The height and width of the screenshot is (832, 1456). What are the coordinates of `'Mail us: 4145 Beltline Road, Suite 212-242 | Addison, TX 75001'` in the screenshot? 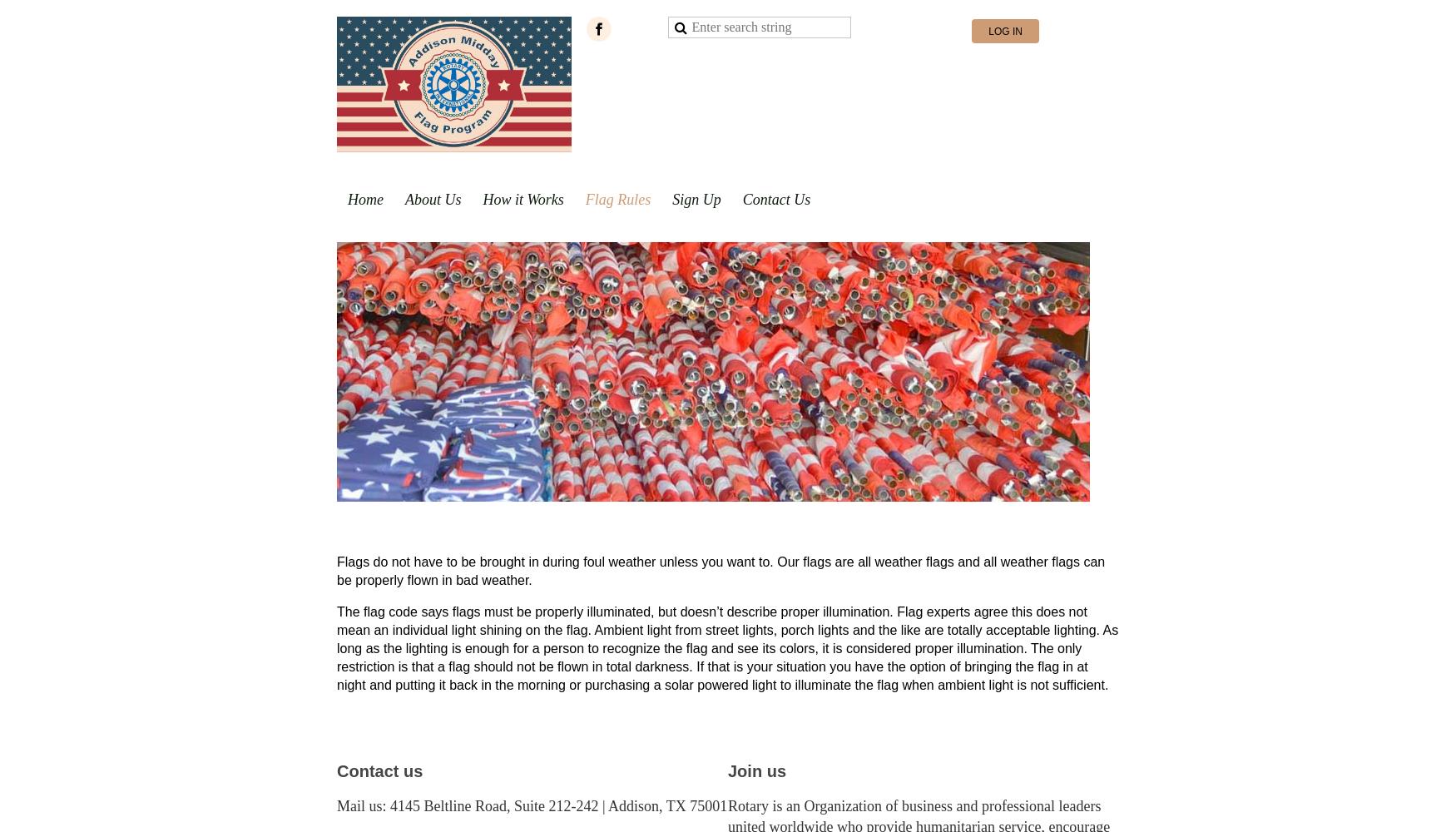 It's located at (531, 805).